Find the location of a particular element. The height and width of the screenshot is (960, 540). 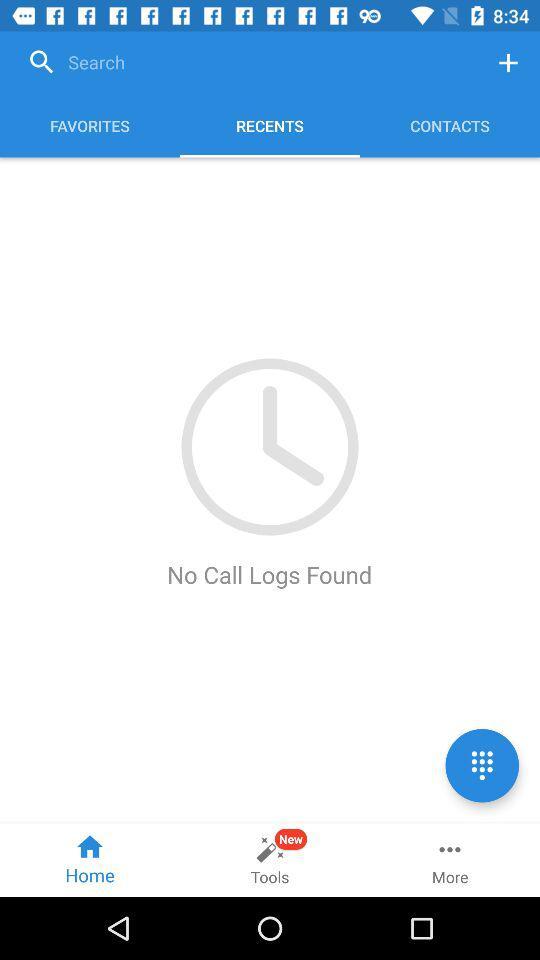

the contacts is located at coordinates (449, 125).